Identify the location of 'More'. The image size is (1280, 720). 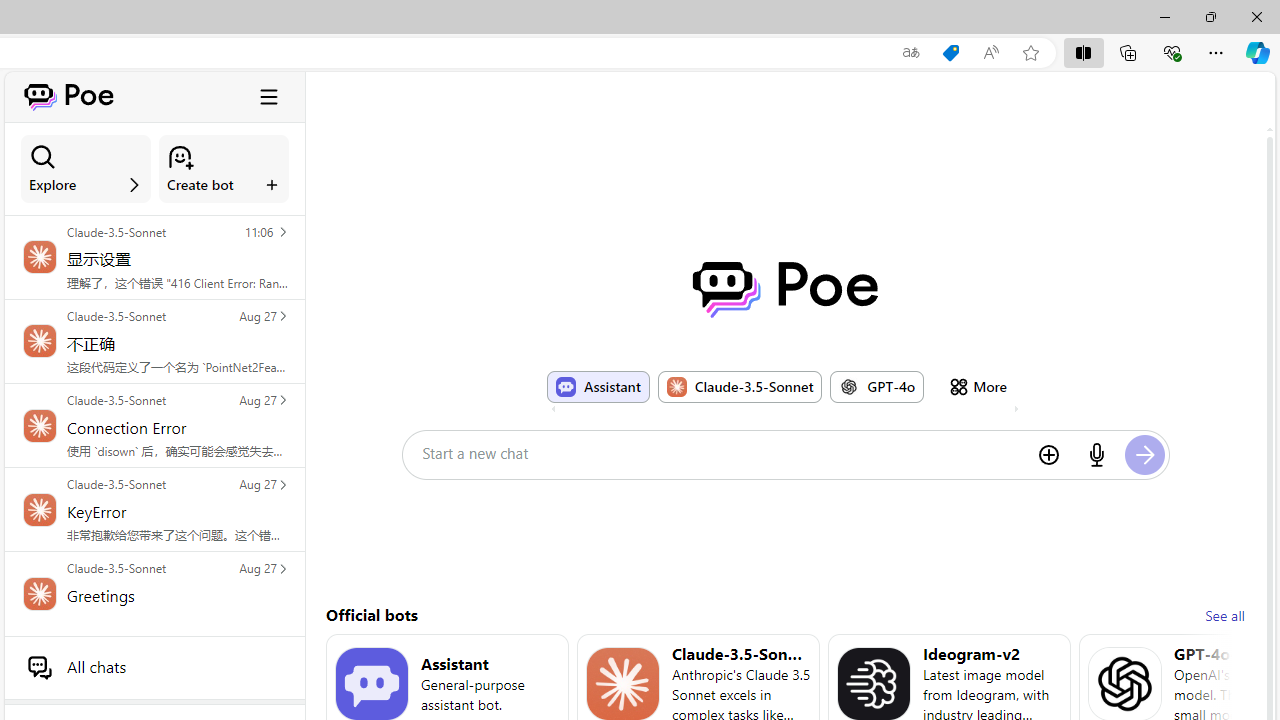
(977, 386).